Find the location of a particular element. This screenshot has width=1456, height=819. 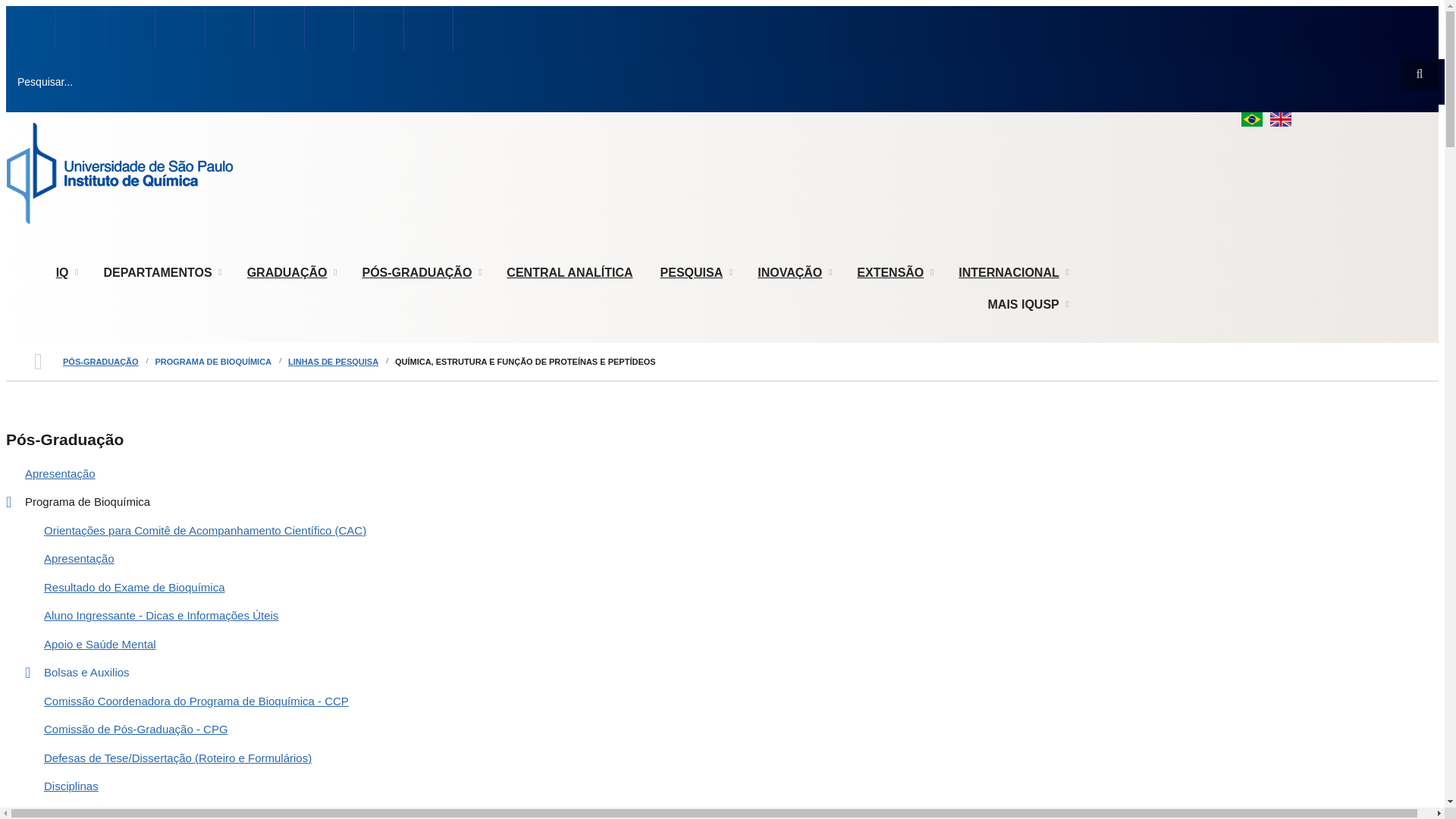

'Help Desk' is located at coordinates (278, 29).